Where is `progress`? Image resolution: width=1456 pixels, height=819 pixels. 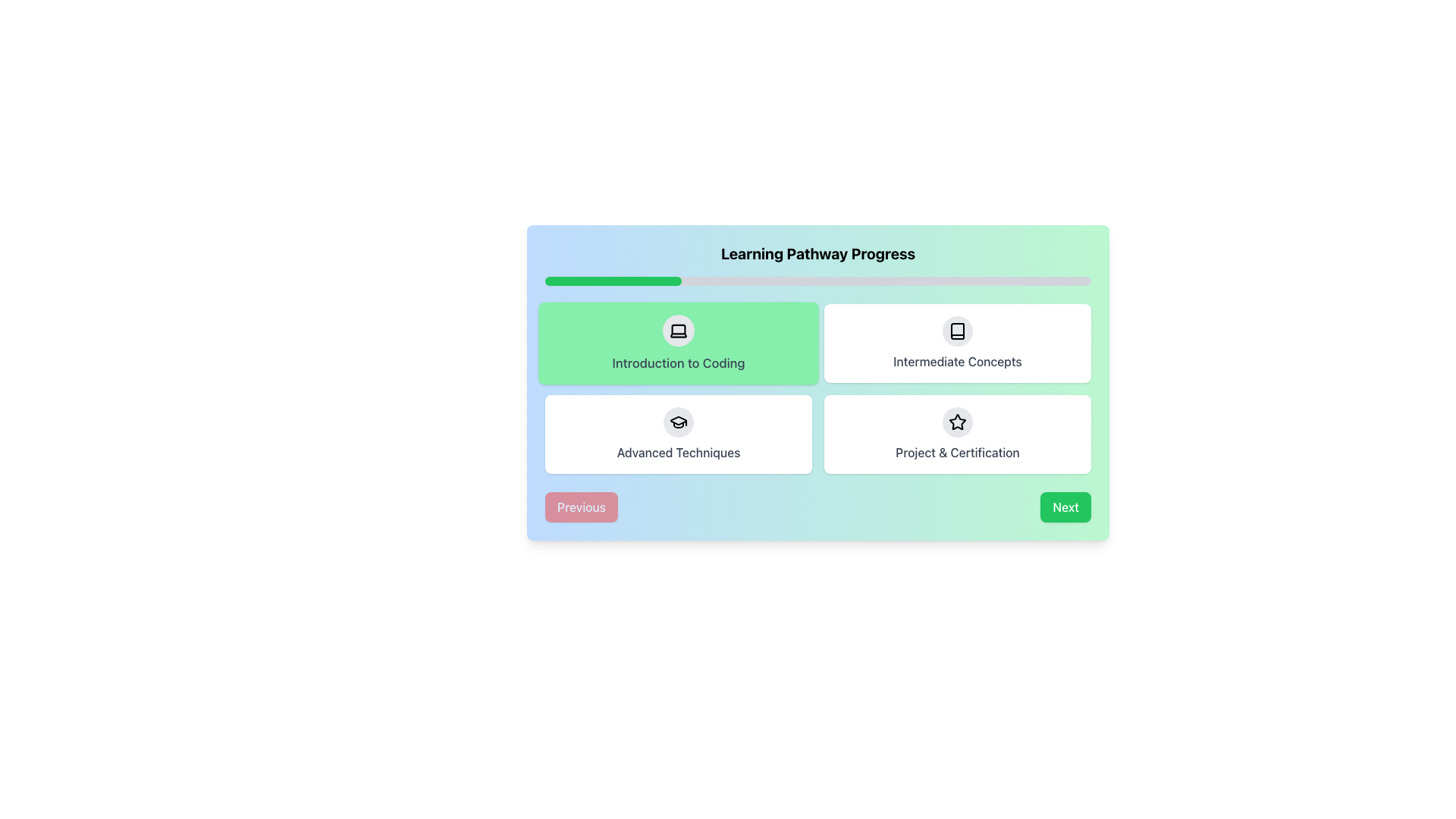 progress is located at coordinates (774, 281).